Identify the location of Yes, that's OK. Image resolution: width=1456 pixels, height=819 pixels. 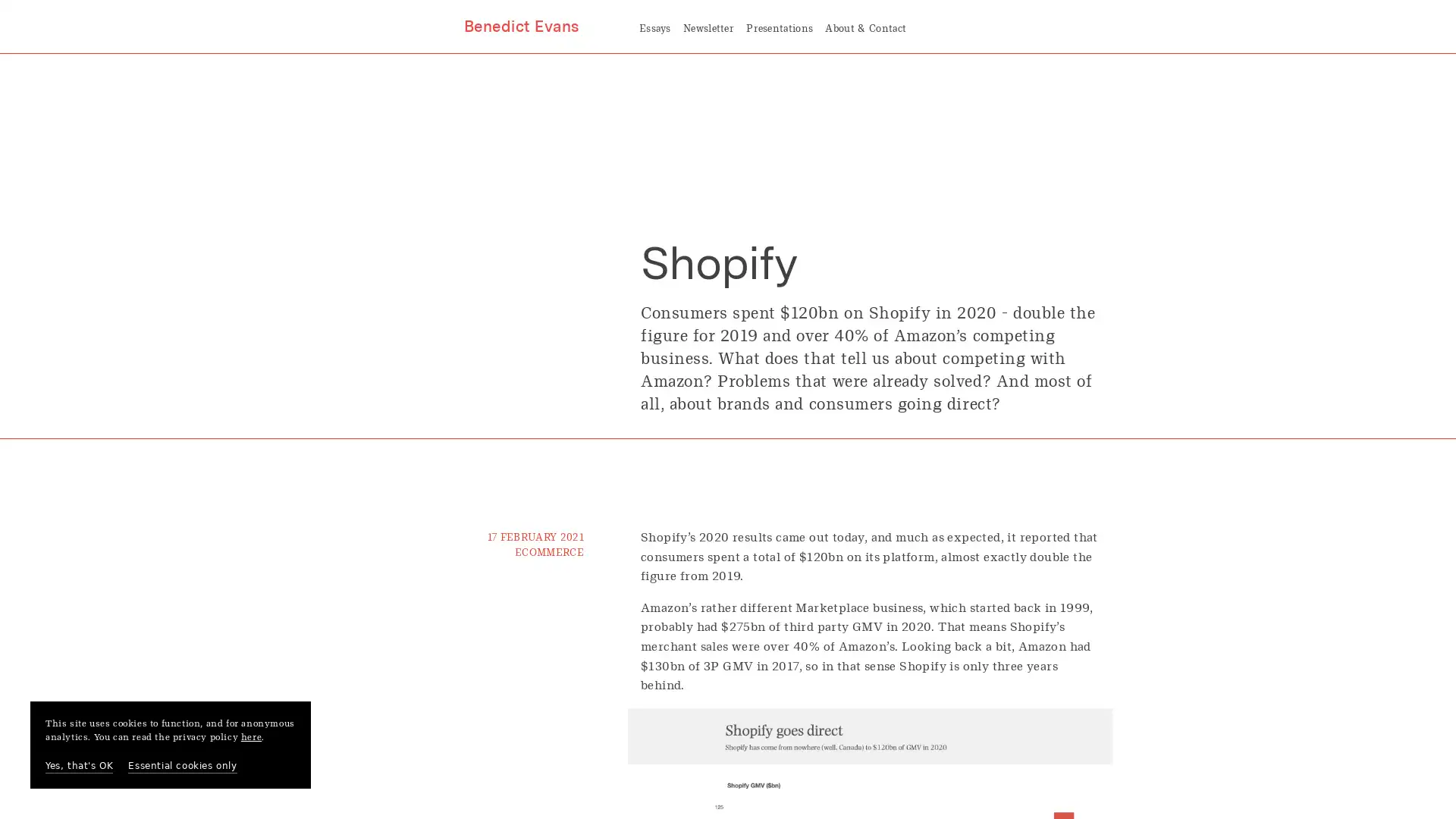
(78, 766).